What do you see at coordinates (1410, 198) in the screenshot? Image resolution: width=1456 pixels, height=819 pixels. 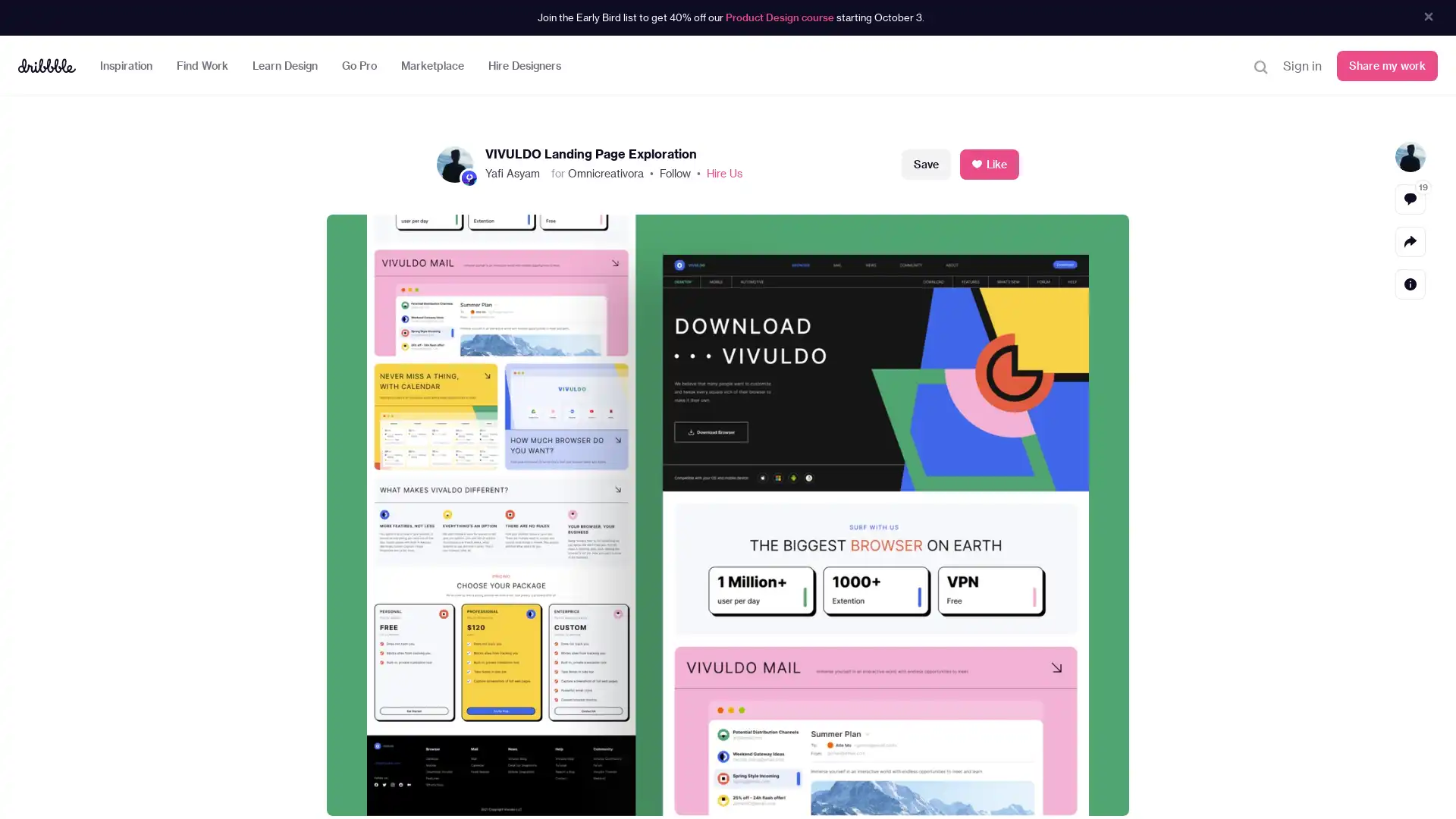 I see `View comments 19` at bounding box center [1410, 198].